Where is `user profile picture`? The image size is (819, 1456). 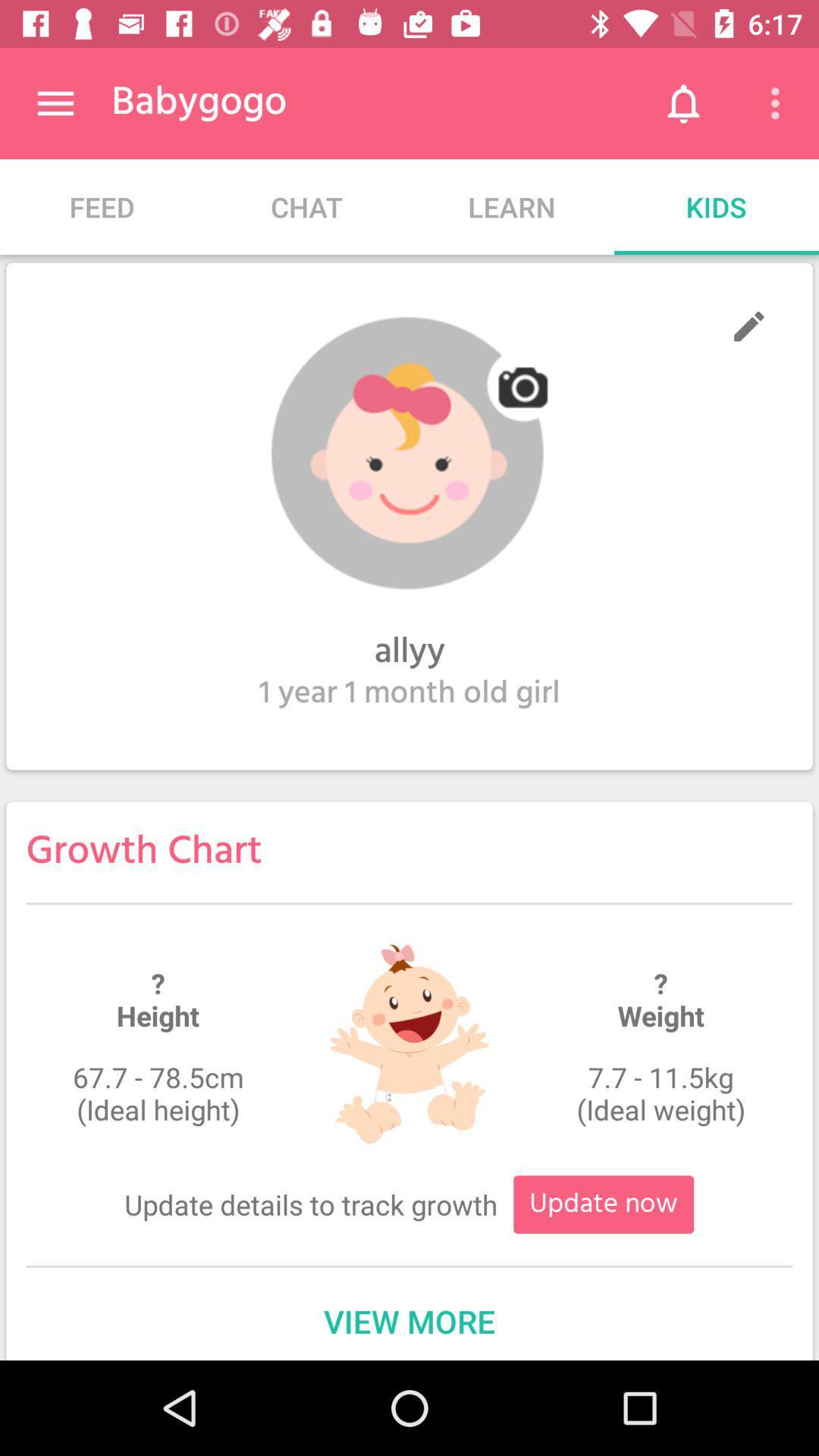
user profile picture is located at coordinates (409, 453).